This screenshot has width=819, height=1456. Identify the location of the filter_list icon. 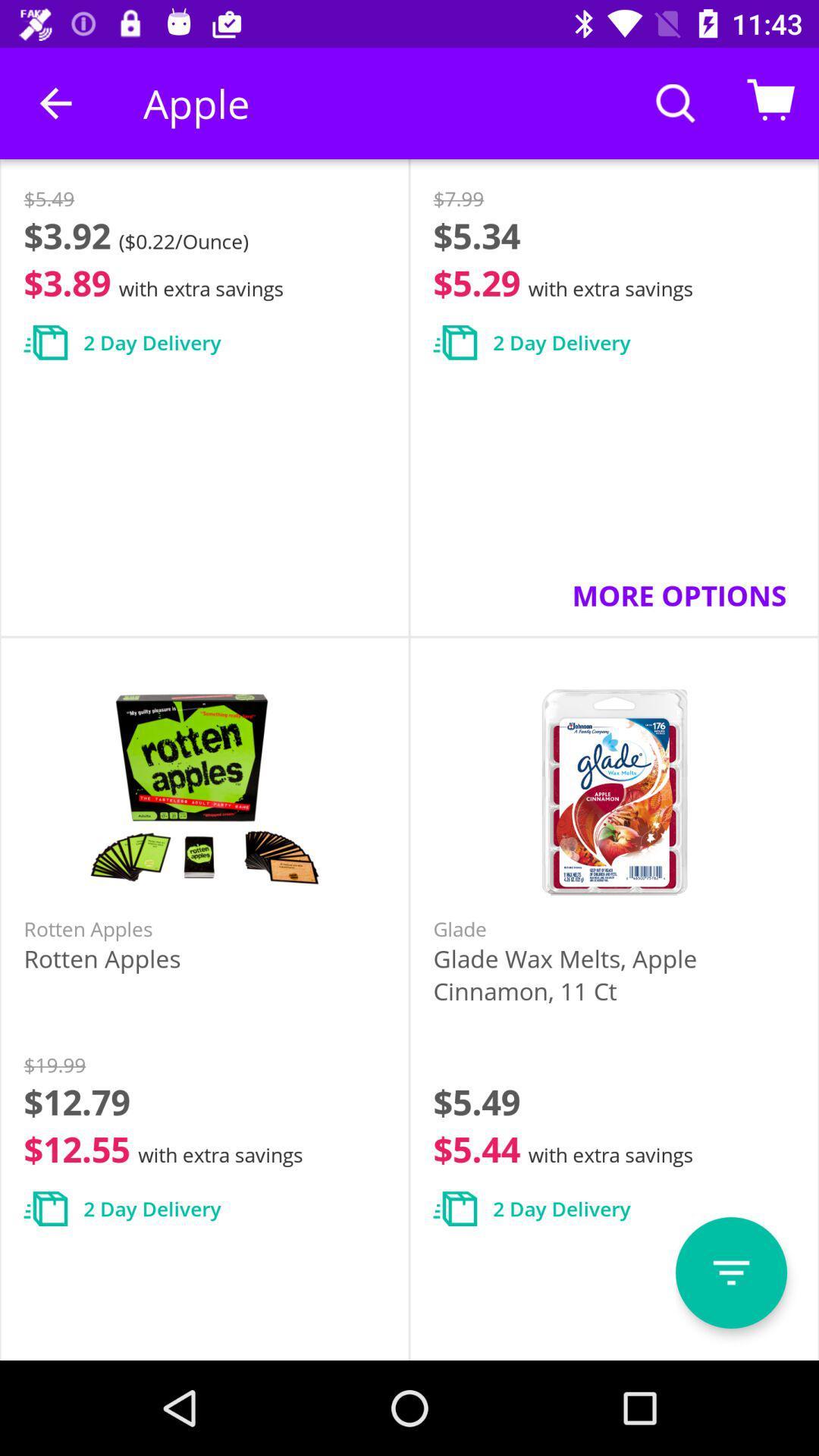
(730, 1272).